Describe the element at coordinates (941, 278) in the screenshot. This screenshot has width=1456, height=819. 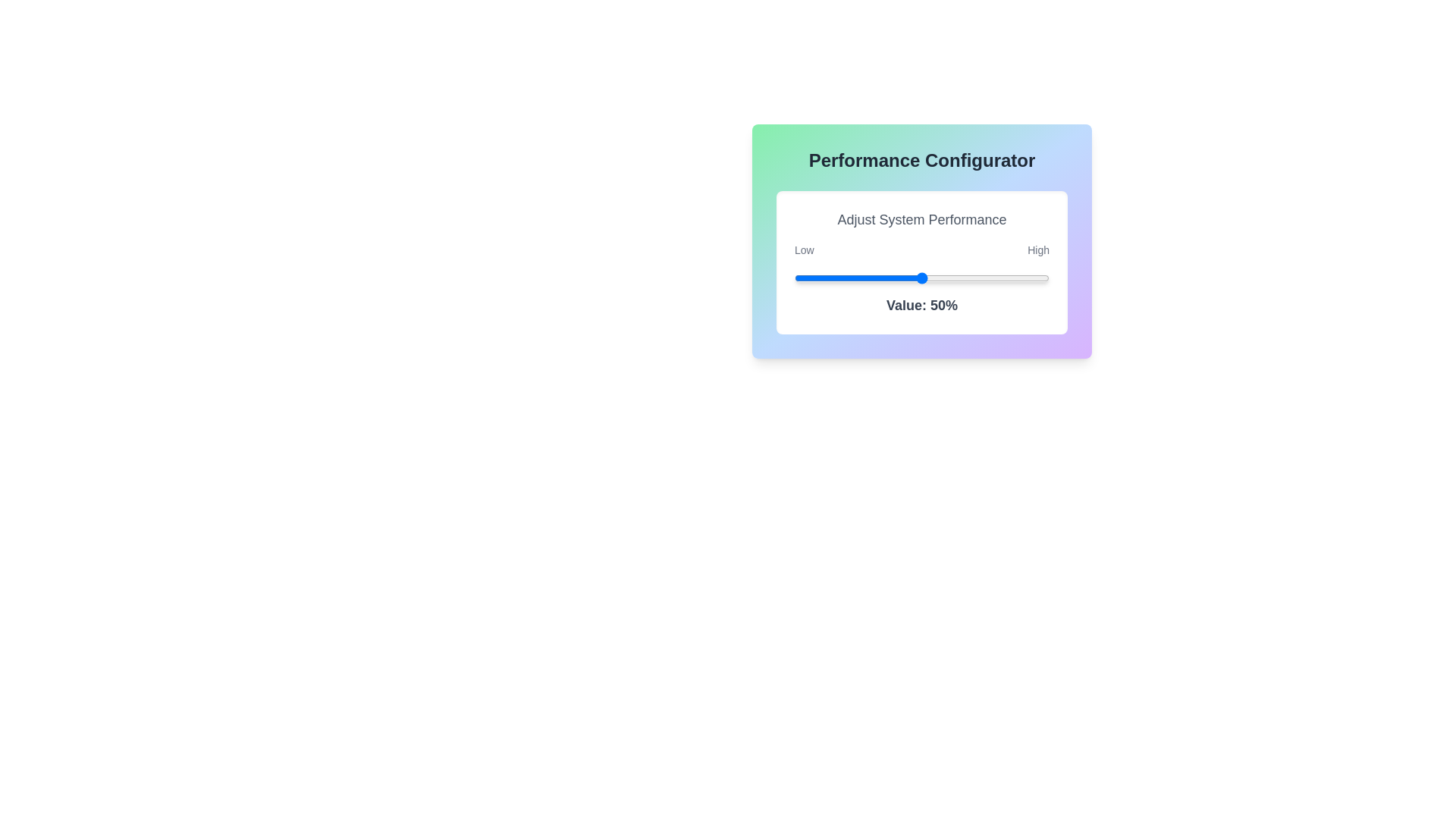
I see `the slider to 58% to adjust the performance value` at that location.